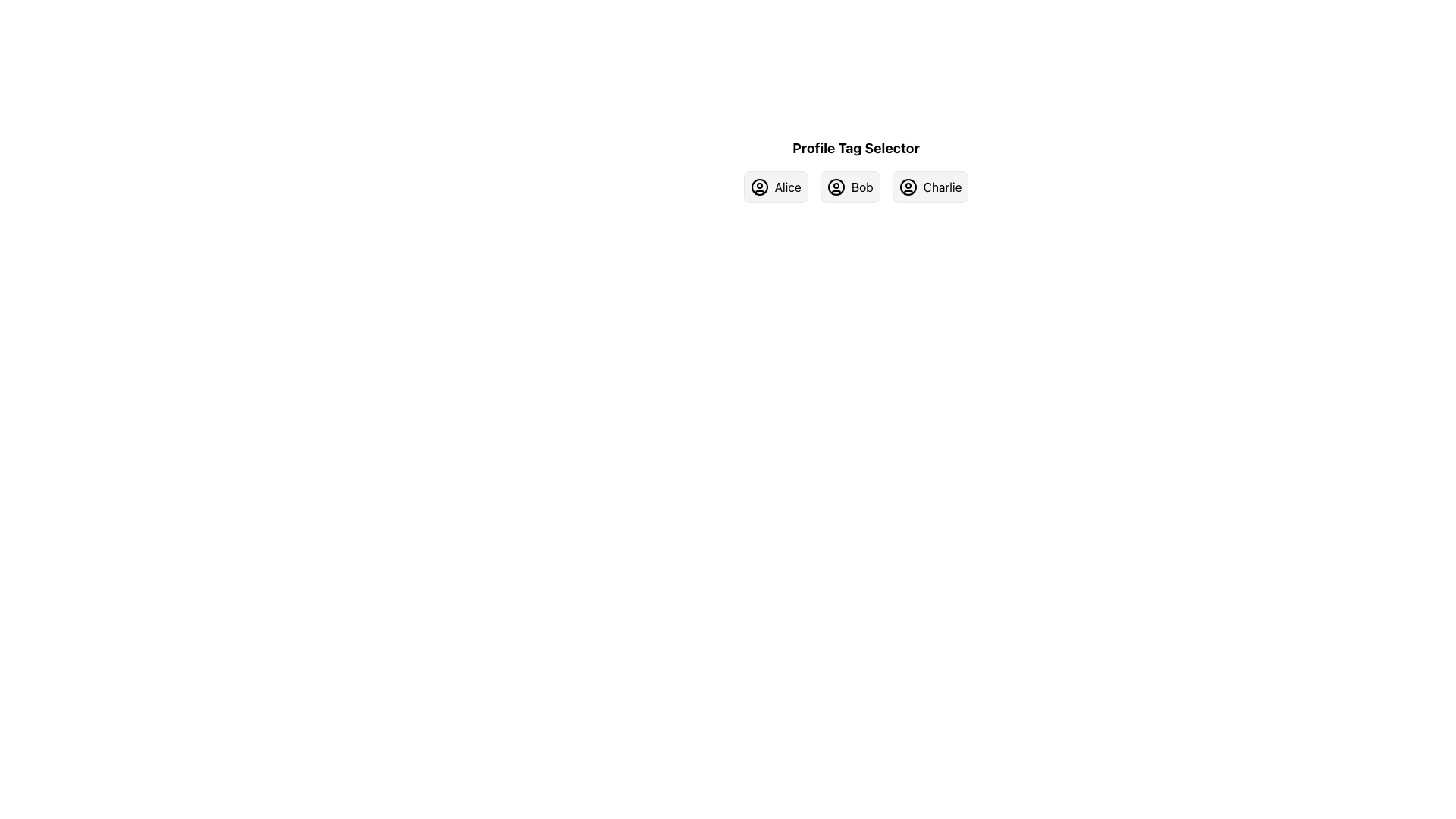  I want to click on the user avatar icon located next to the text 'Bob', which is a circular icon with a smaller internal circle representing a head and a curved line suggesting shoulders, so click(835, 186).